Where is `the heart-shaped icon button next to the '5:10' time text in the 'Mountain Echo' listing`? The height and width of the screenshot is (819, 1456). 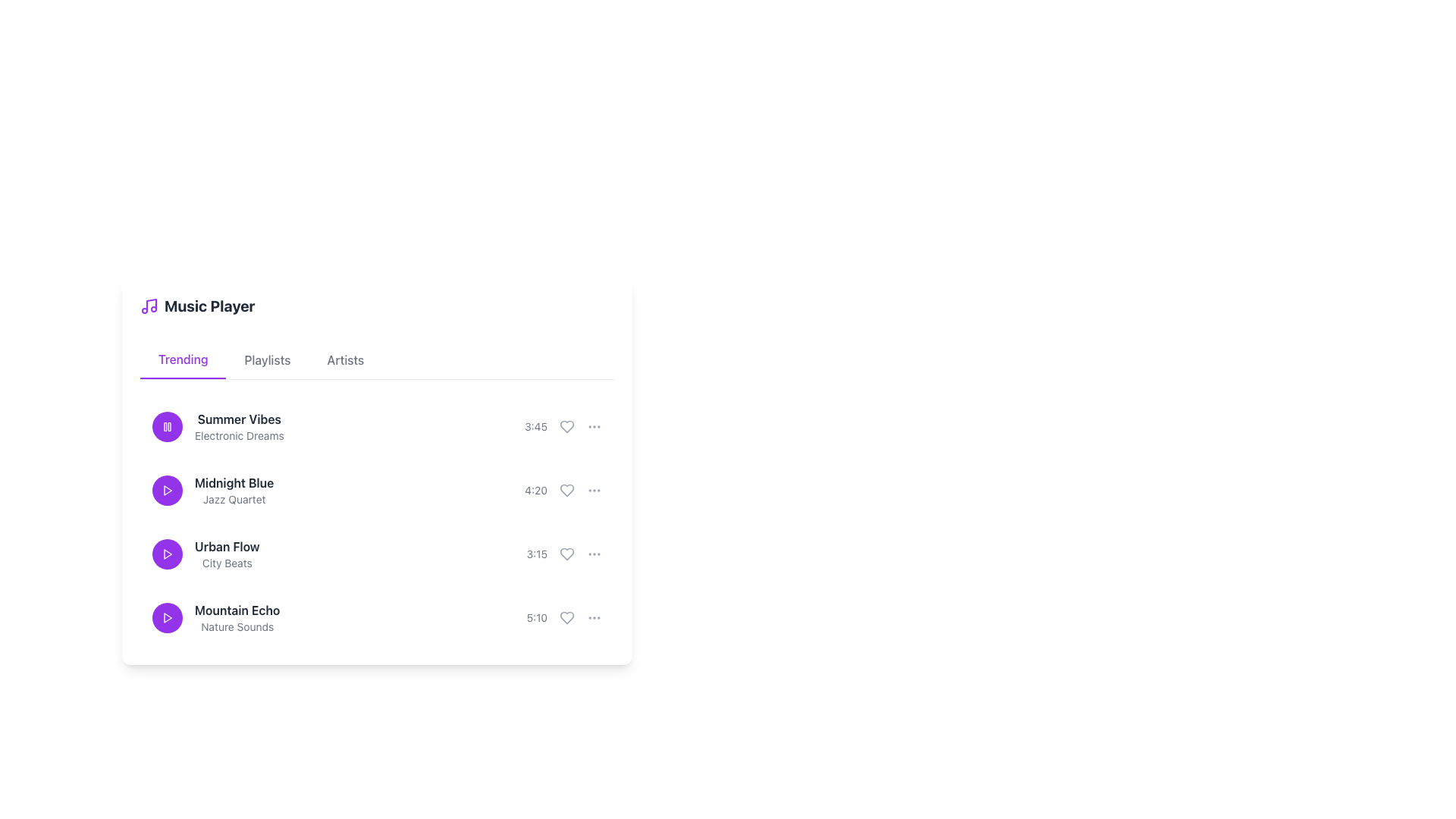 the heart-shaped icon button next to the '5:10' time text in the 'Mountain Echo' listing is located at coordinates (566, 617).